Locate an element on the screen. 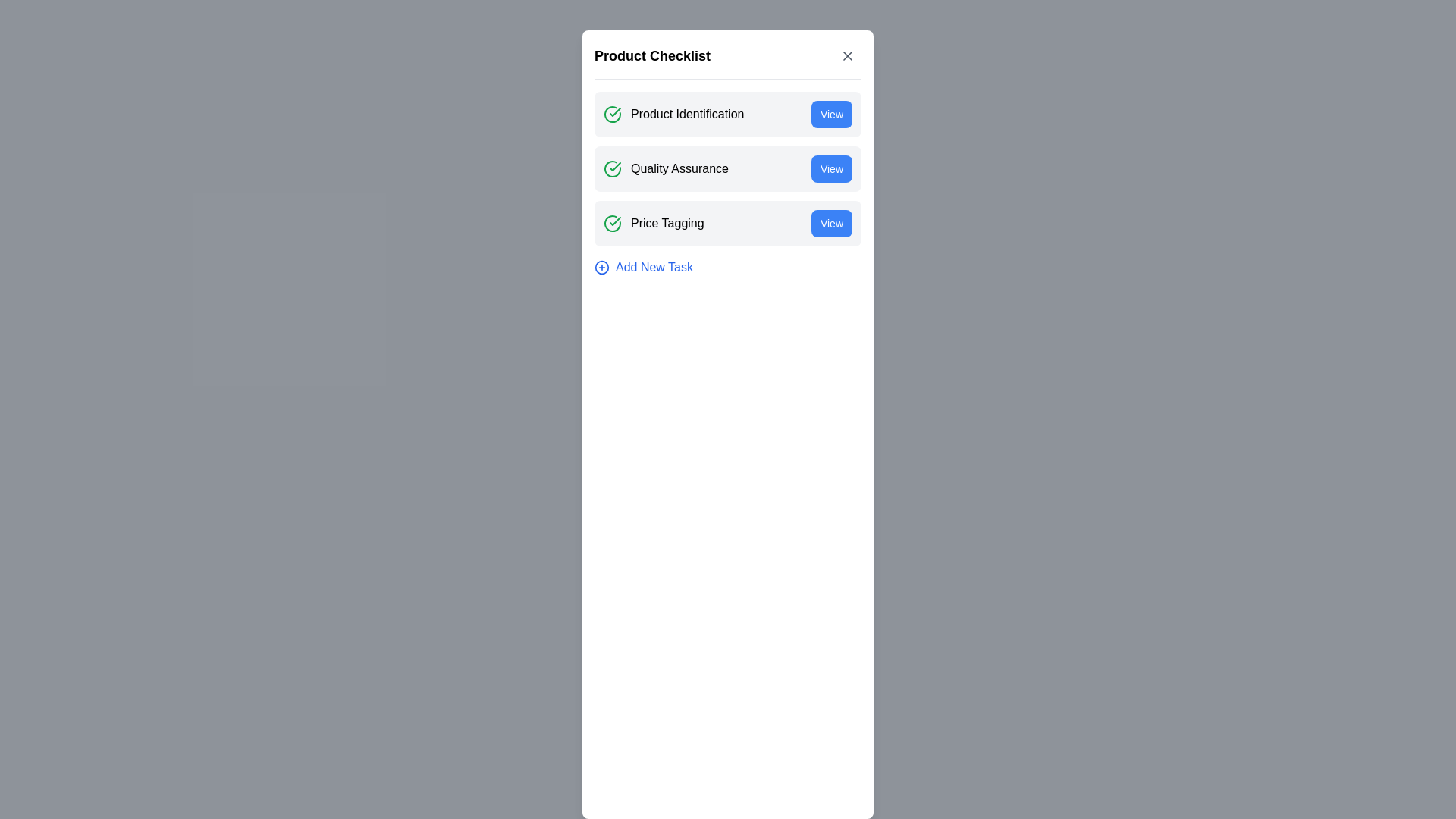 The image size is (1456, 819). the green checkmark icon representing a positive status within the 'Quality Assurance' section of the card layout to potentially reveal additional information is located at coordinates (615, 111).